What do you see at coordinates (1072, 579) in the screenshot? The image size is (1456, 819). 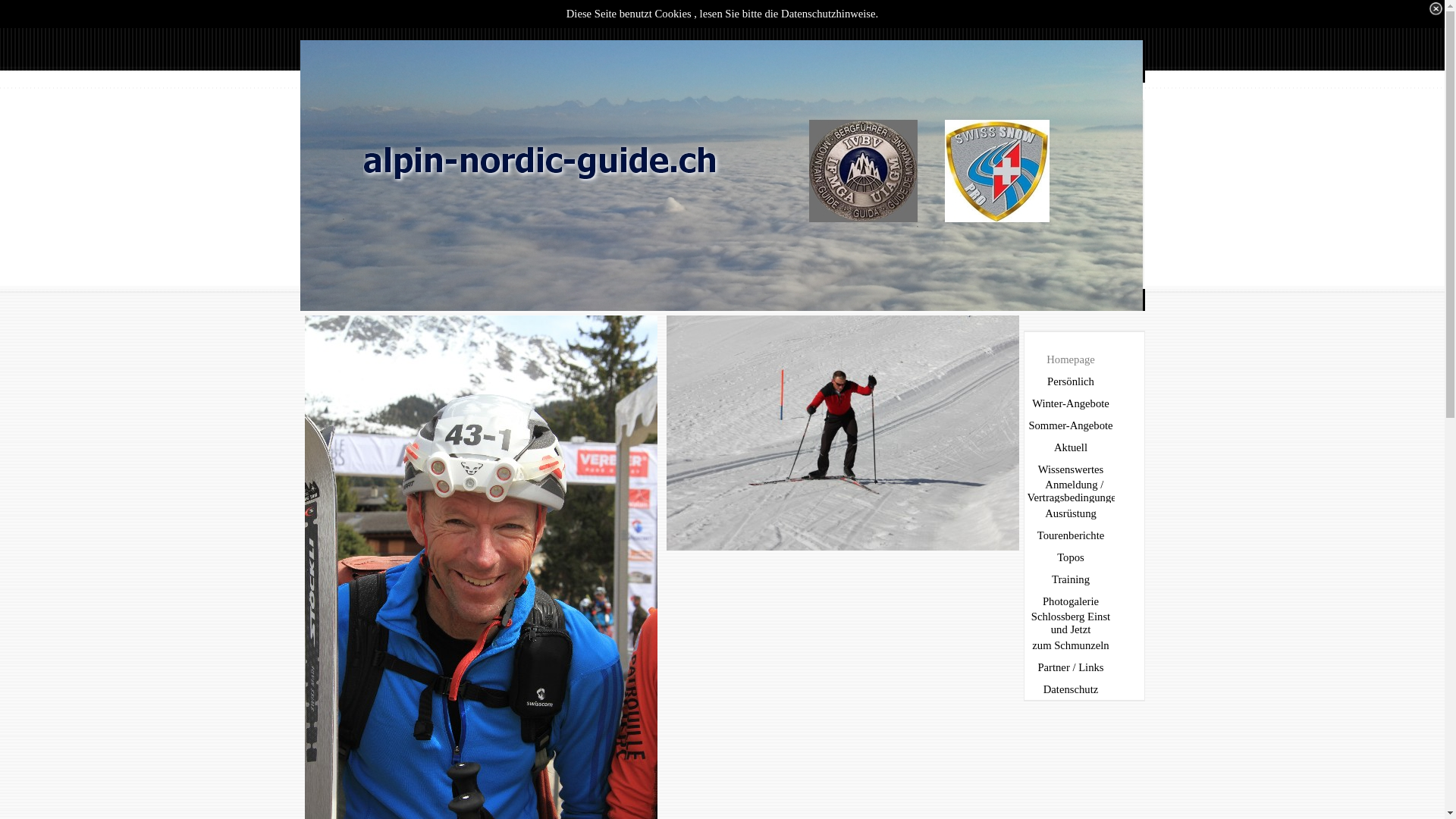 I see `'Training'` at bounding box center [1072, 579].